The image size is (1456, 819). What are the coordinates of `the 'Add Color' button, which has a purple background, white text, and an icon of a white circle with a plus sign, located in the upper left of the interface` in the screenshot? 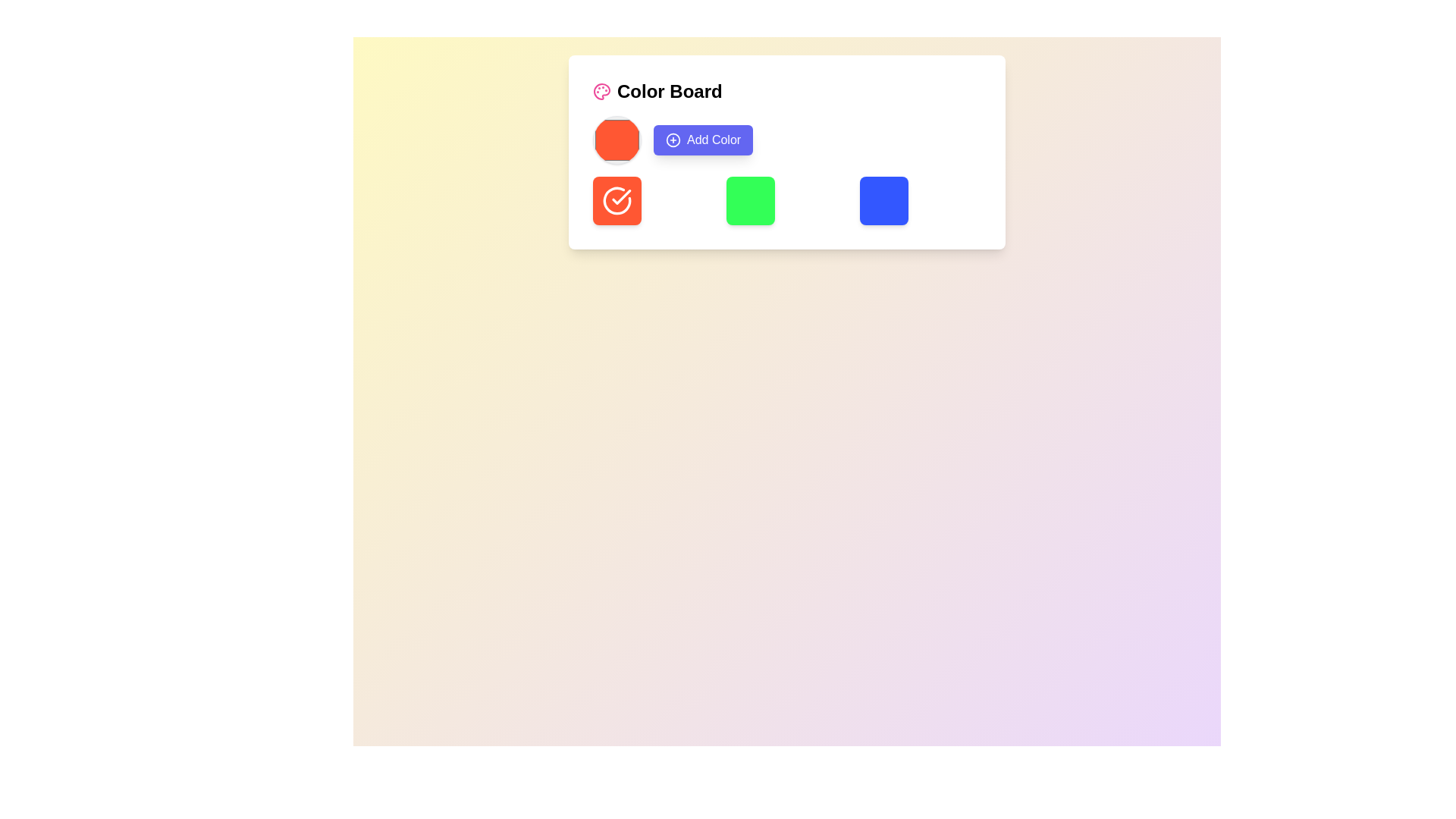 It's located at (702, 140).